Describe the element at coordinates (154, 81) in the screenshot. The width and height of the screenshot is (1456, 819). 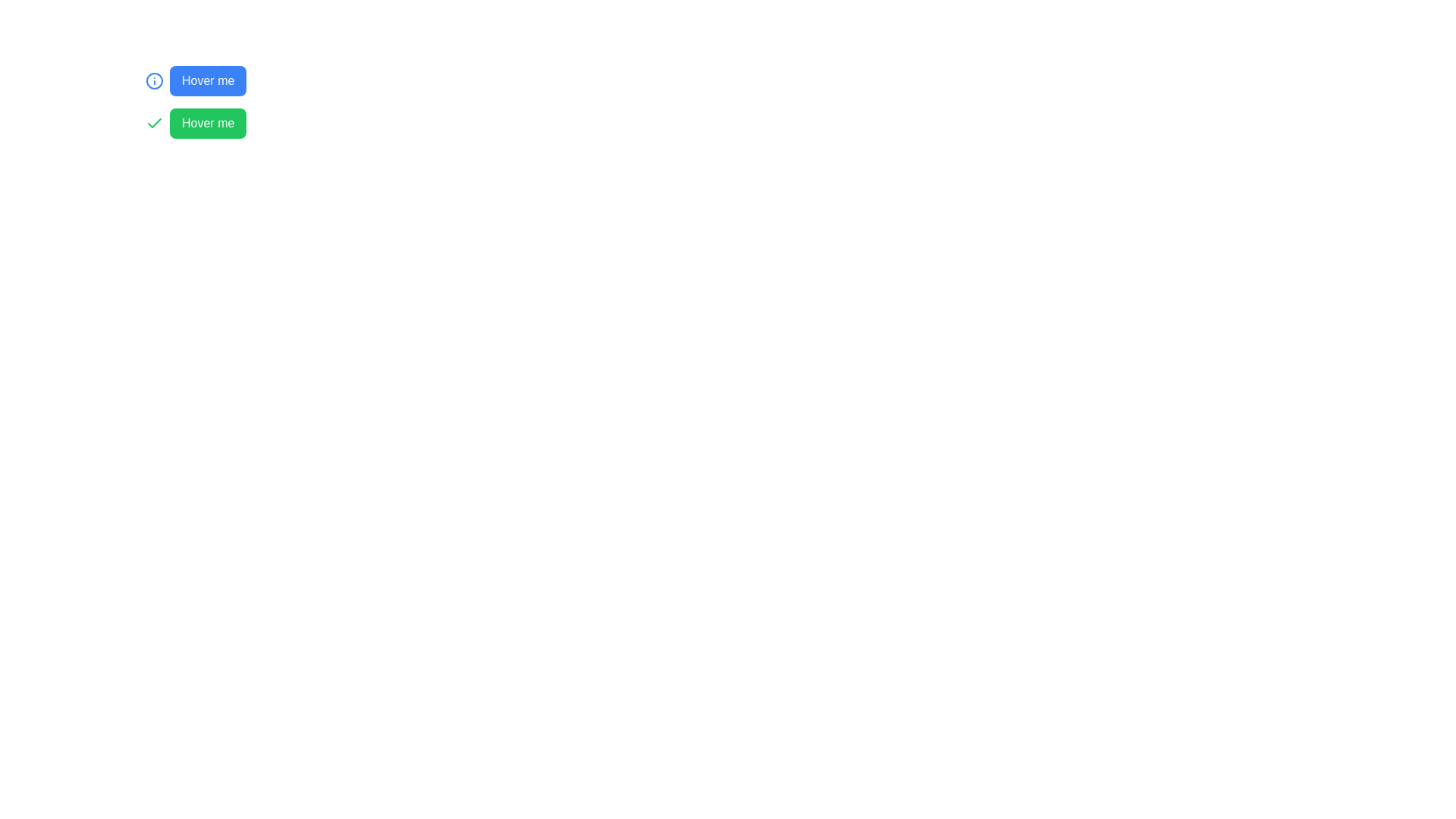
I see `the informational icon located to the left of the 'Hover me' text to observe for tooltip or additional information` at that location.